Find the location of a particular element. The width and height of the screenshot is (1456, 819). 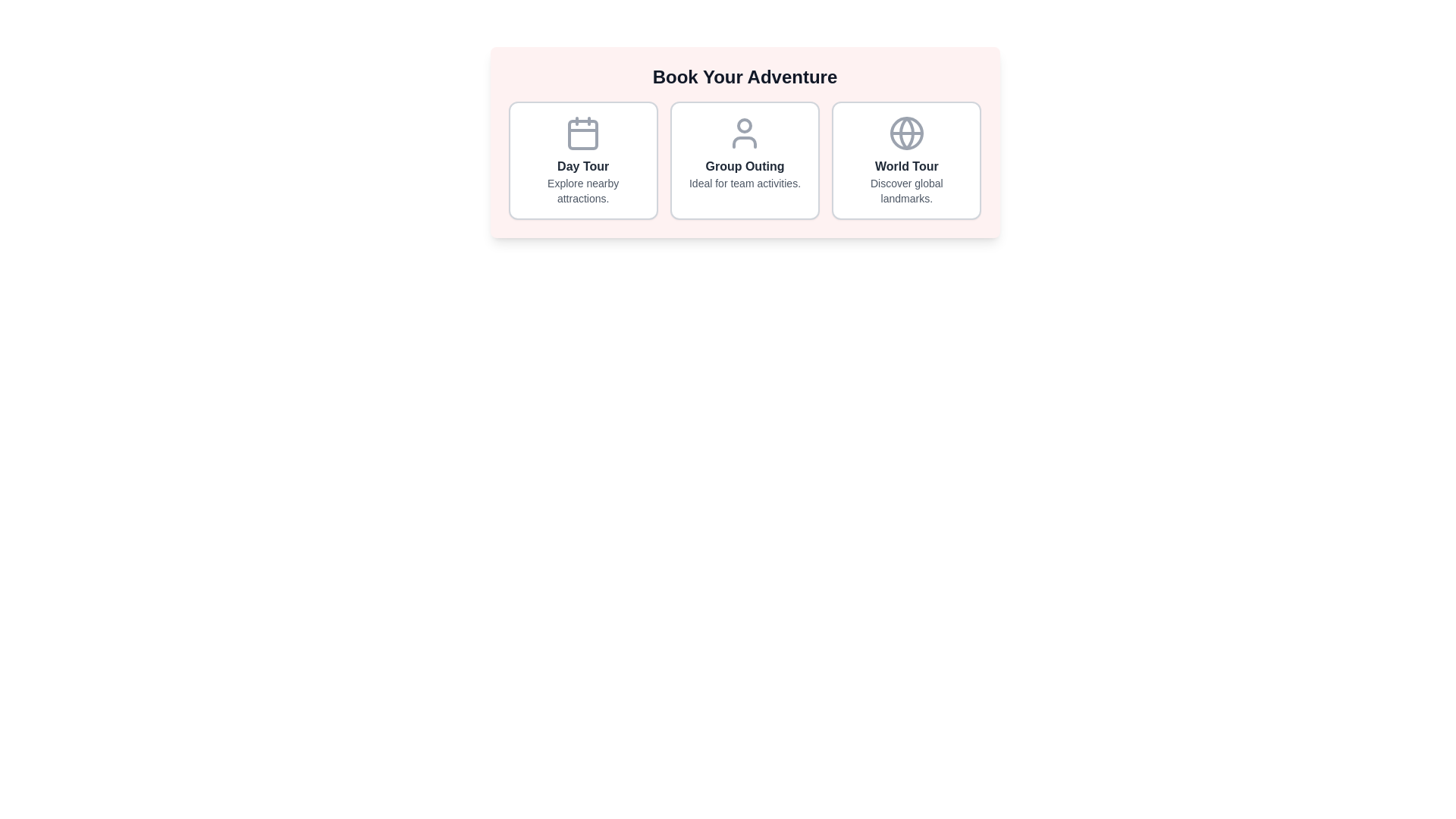

the first card element in the grid layout below the title 'Book Your Adventure' to trigger a visual effect is located at coordinates (582, 161).